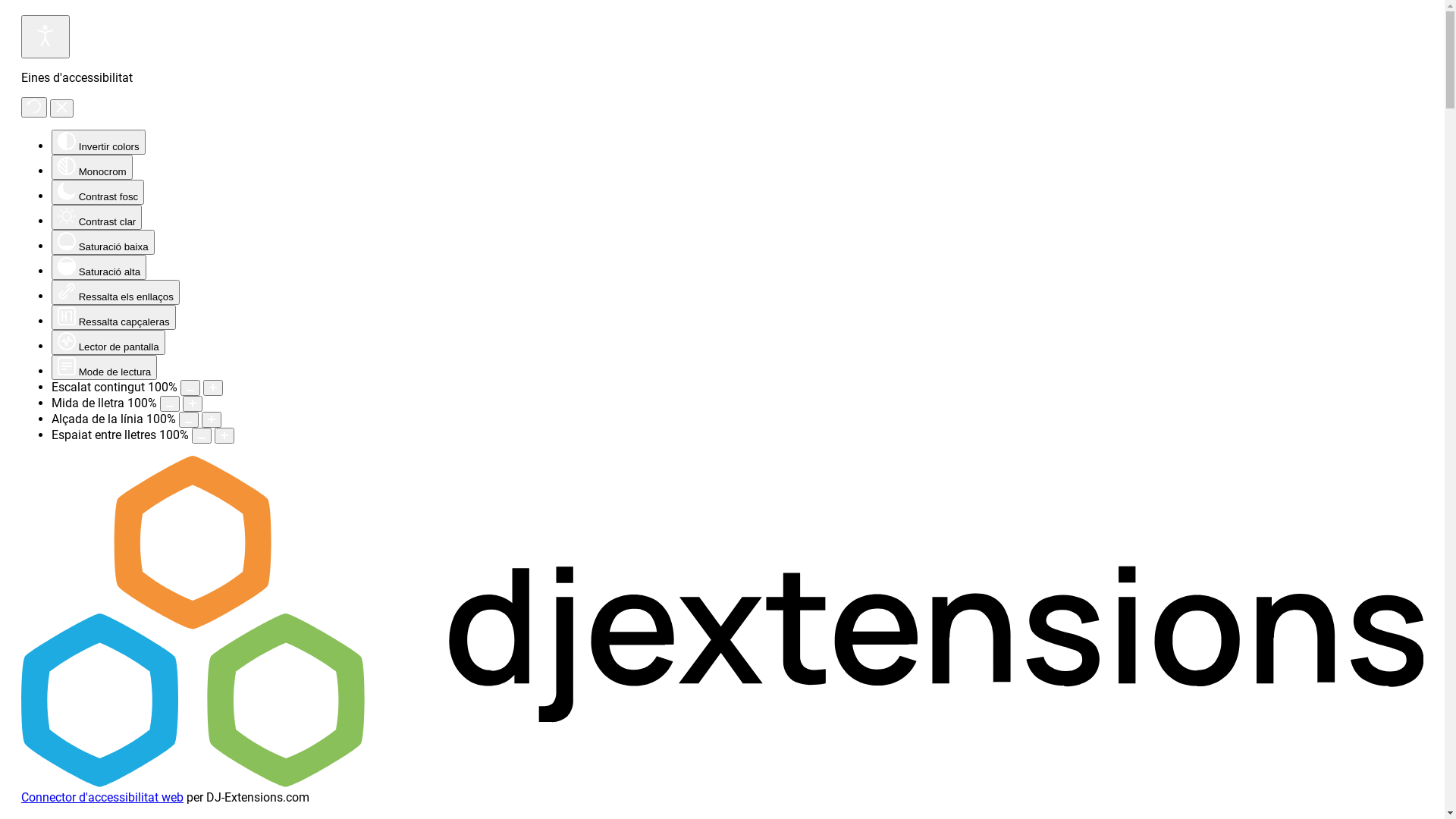  Describe the element at coordinates (192, 403) in the screenshot. I see `'Augmenta la mida de lletra'` at that location.